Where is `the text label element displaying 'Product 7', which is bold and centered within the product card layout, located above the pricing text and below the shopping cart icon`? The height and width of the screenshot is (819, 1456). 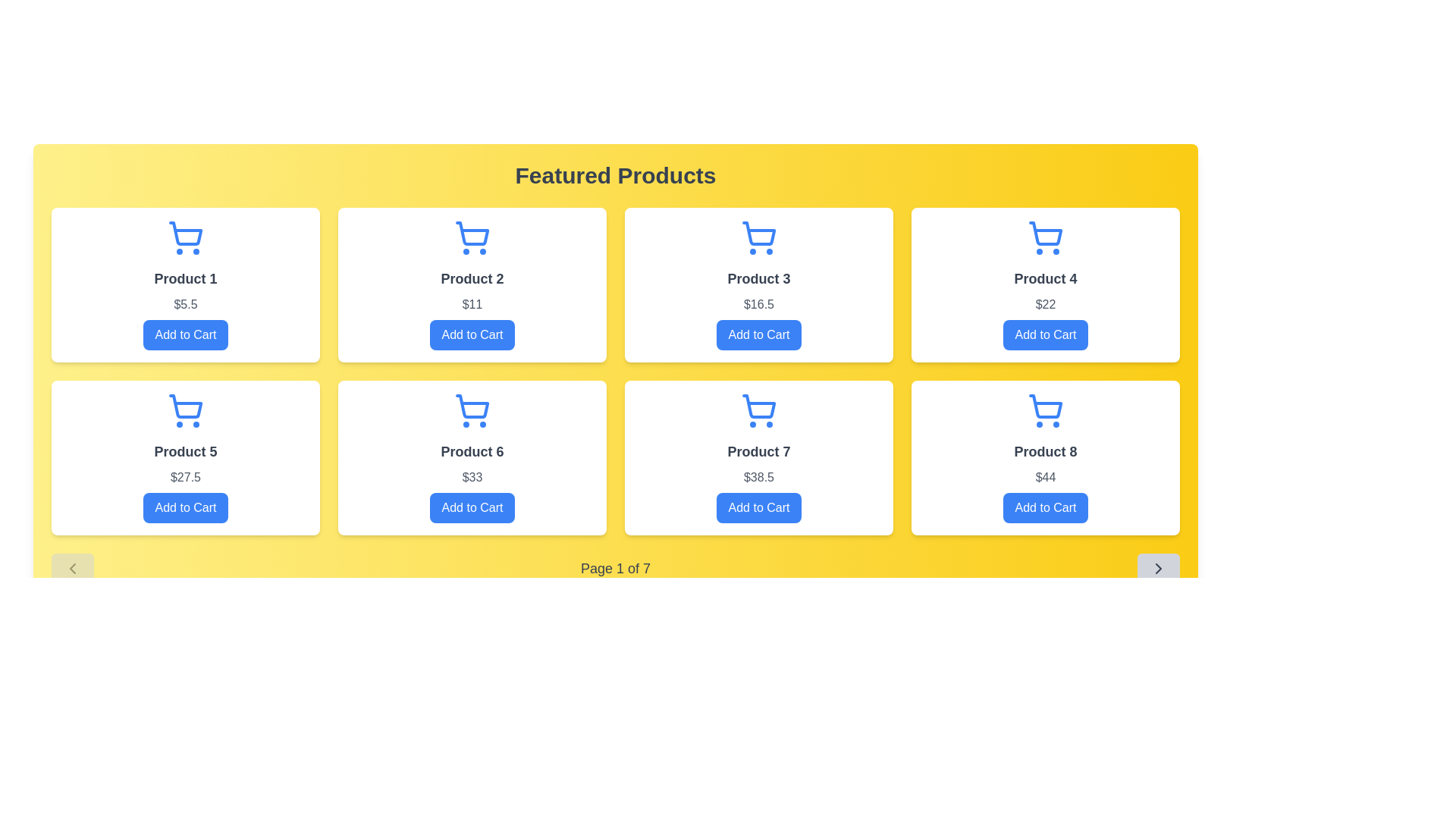 the text label element displaying 'Product 7', which is bold and centered within the product card layout, located above the pricing text and below the shopping cart icon is located at coordinates (759, 451).